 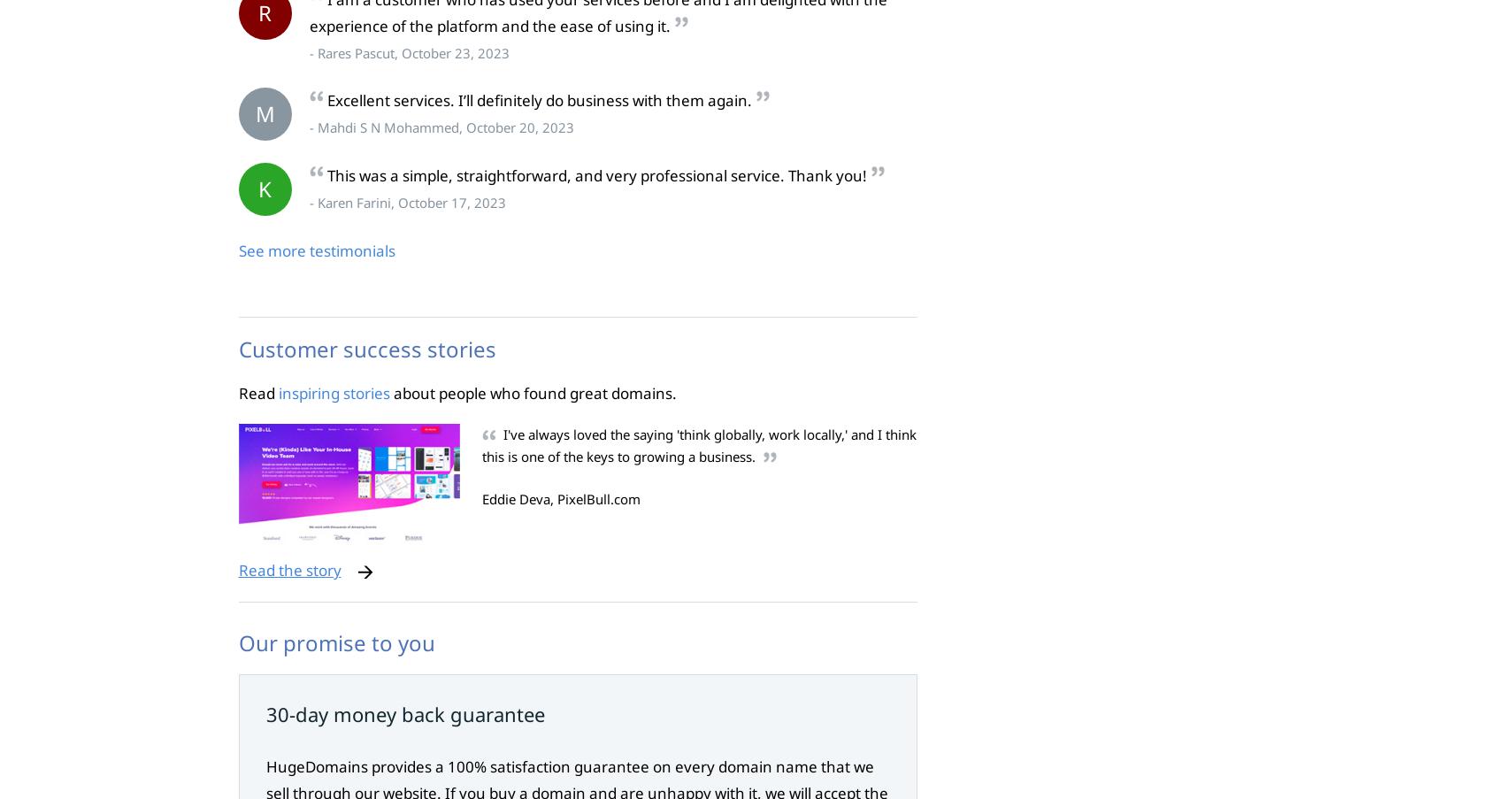 What do you see at coordinates (532, 391) in the screenshot?
I see `'about people who found great domains.'` at bounding box center [532, 391].